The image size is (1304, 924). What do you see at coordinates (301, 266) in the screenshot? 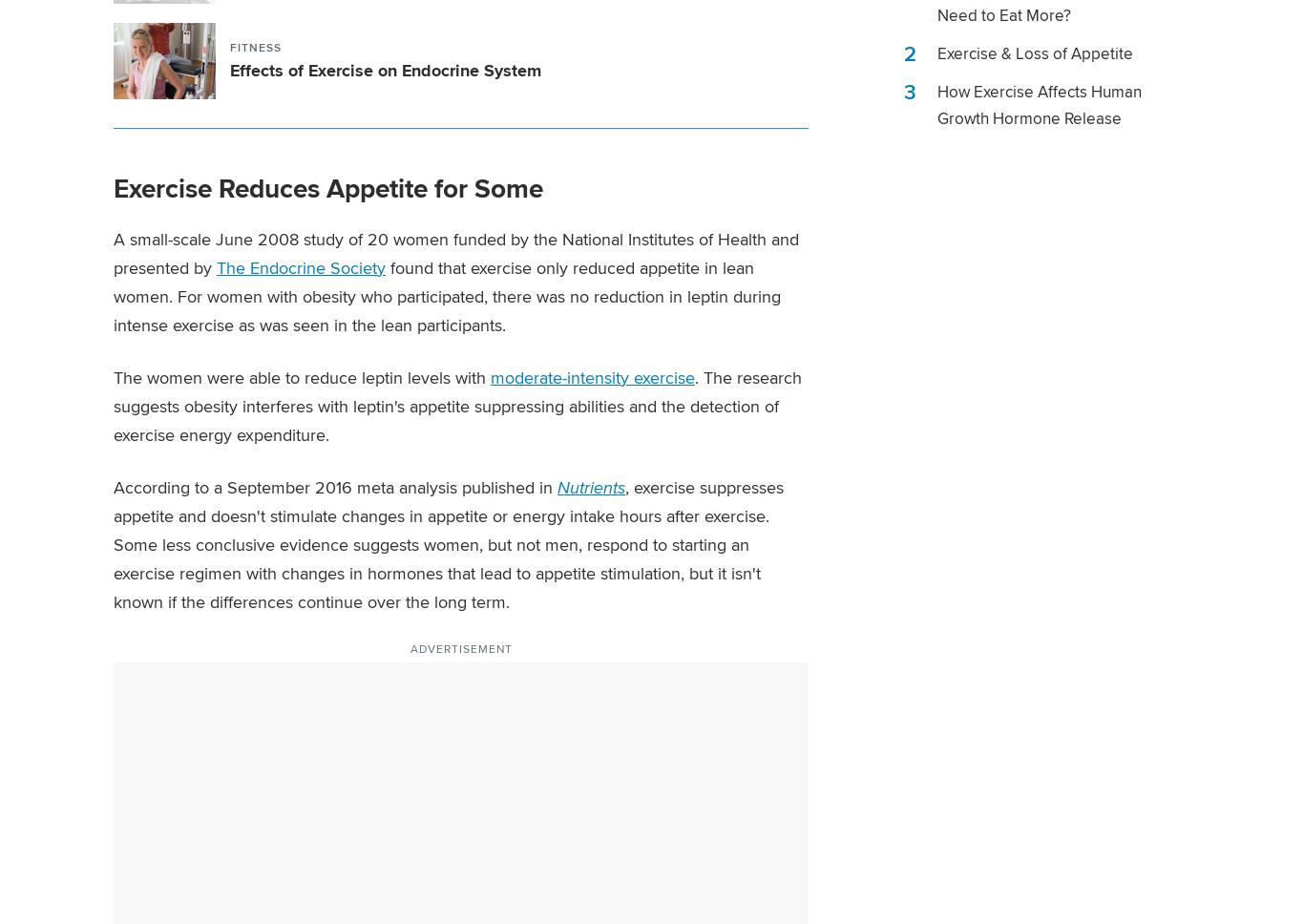
I see `'The Endocrine Society'` at bounding box center [301, 266].